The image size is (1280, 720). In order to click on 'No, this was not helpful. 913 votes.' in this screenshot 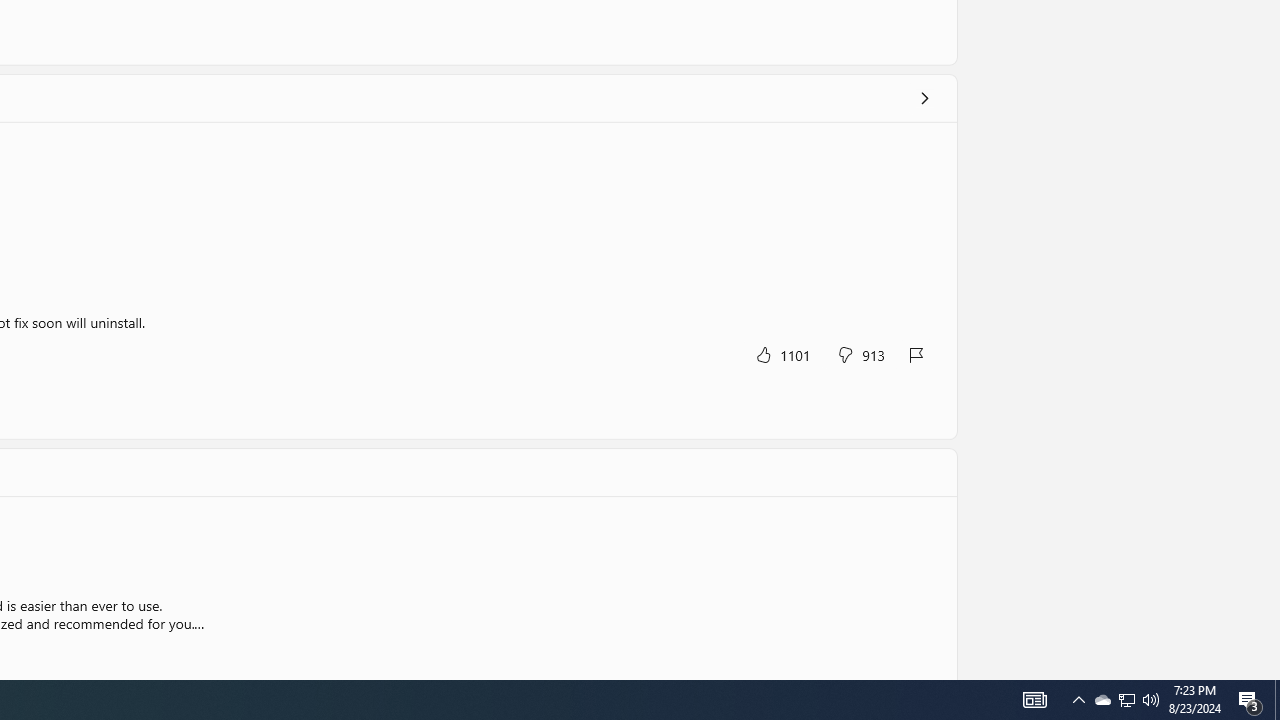, I will do `click(860, 353)`.